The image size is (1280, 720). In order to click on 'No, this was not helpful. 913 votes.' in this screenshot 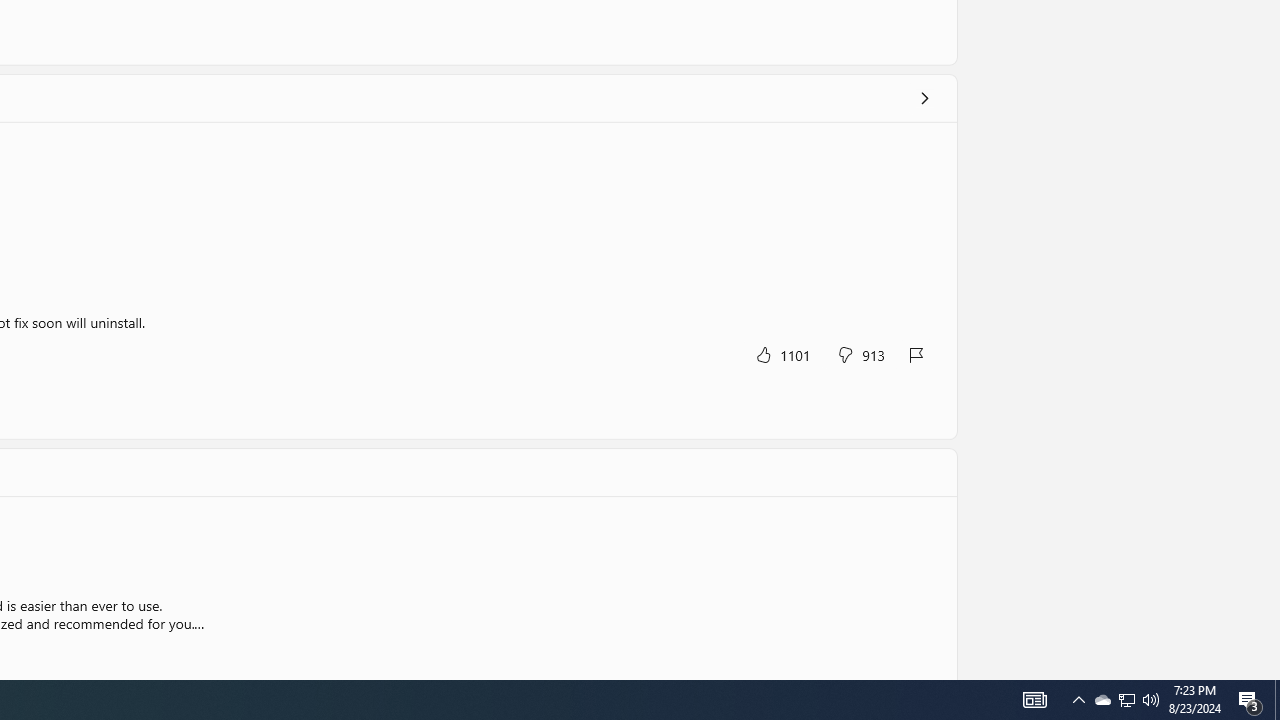, I will do `click(860, 353)`.